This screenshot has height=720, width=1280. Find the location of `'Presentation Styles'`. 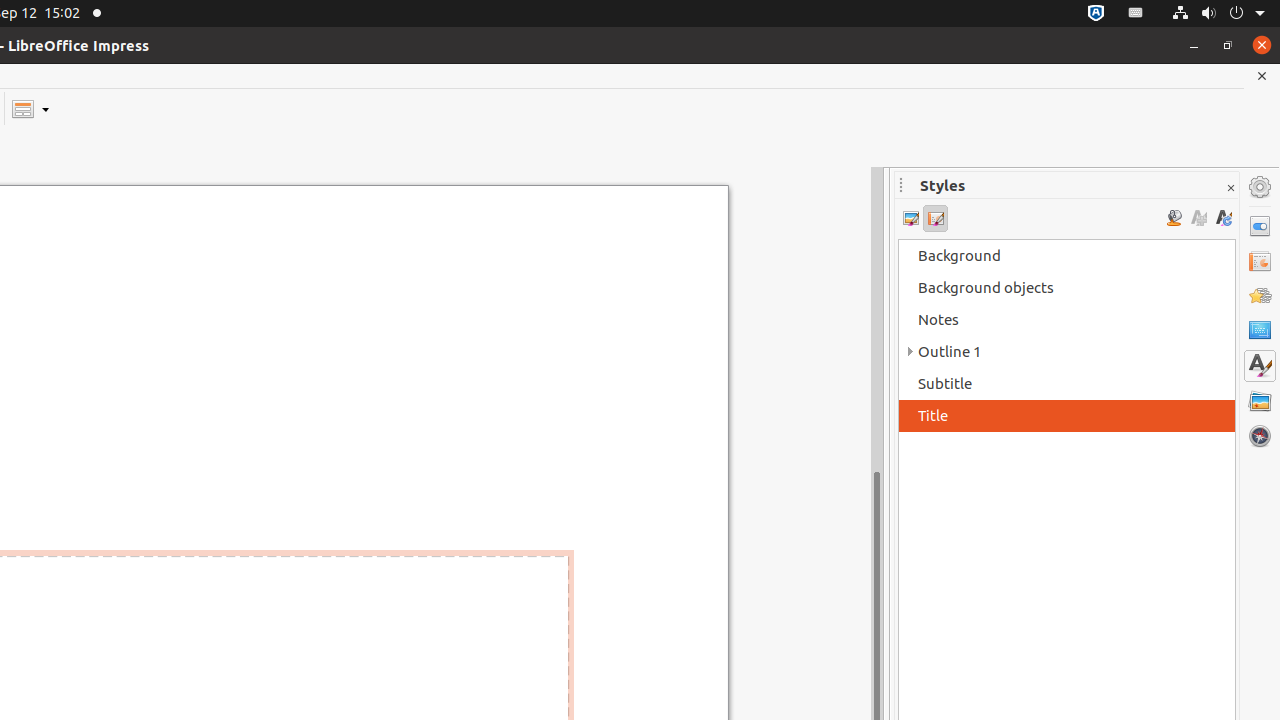

'Presentation Styles' is located at coordinates (934, 218).